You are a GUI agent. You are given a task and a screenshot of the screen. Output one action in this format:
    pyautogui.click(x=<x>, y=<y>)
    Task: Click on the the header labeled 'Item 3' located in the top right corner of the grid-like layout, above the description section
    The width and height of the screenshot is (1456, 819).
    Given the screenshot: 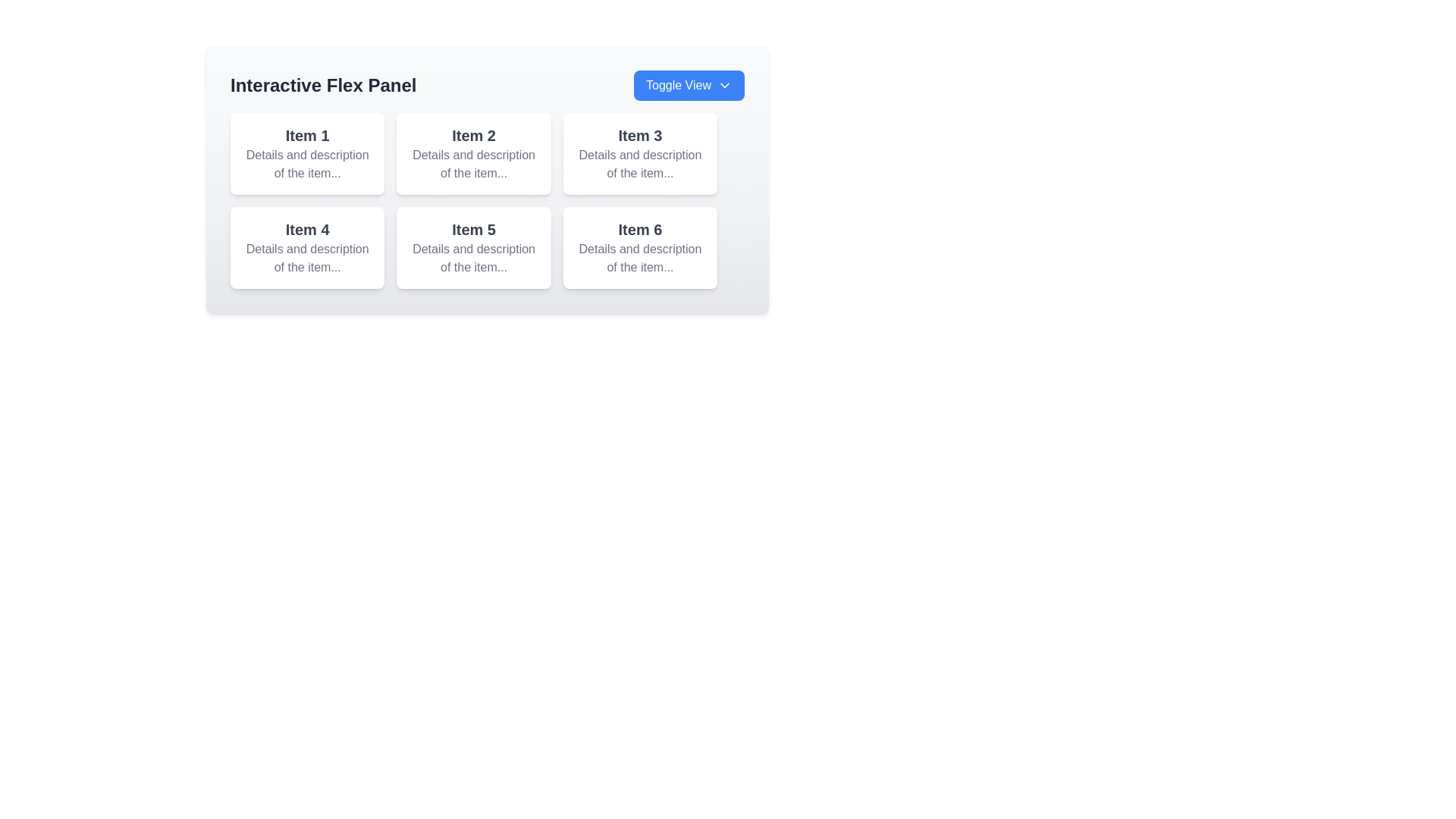 What is the action you would take?
    pyautogui.click(x=640, y=134)
    